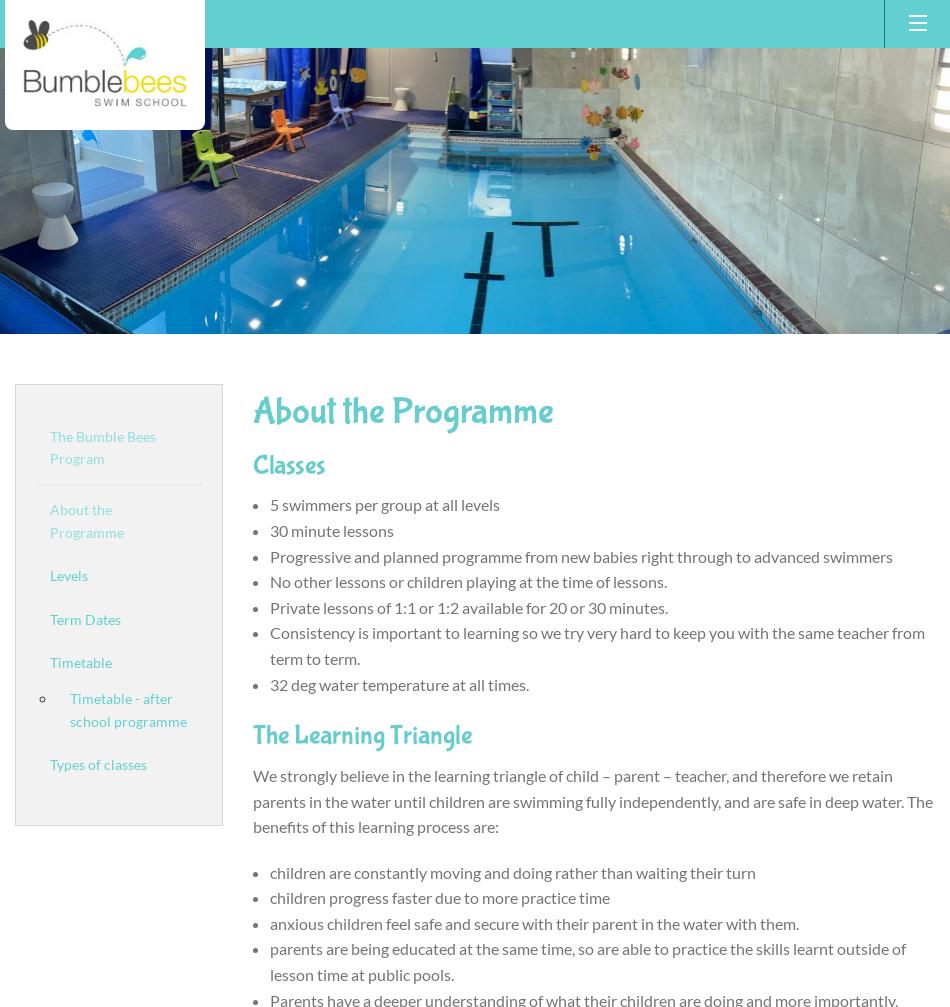  What do you see at coordinates (360, 734) in the screenshot?
I see `'The Learning Triangle'` at bounding box center [360, 734].